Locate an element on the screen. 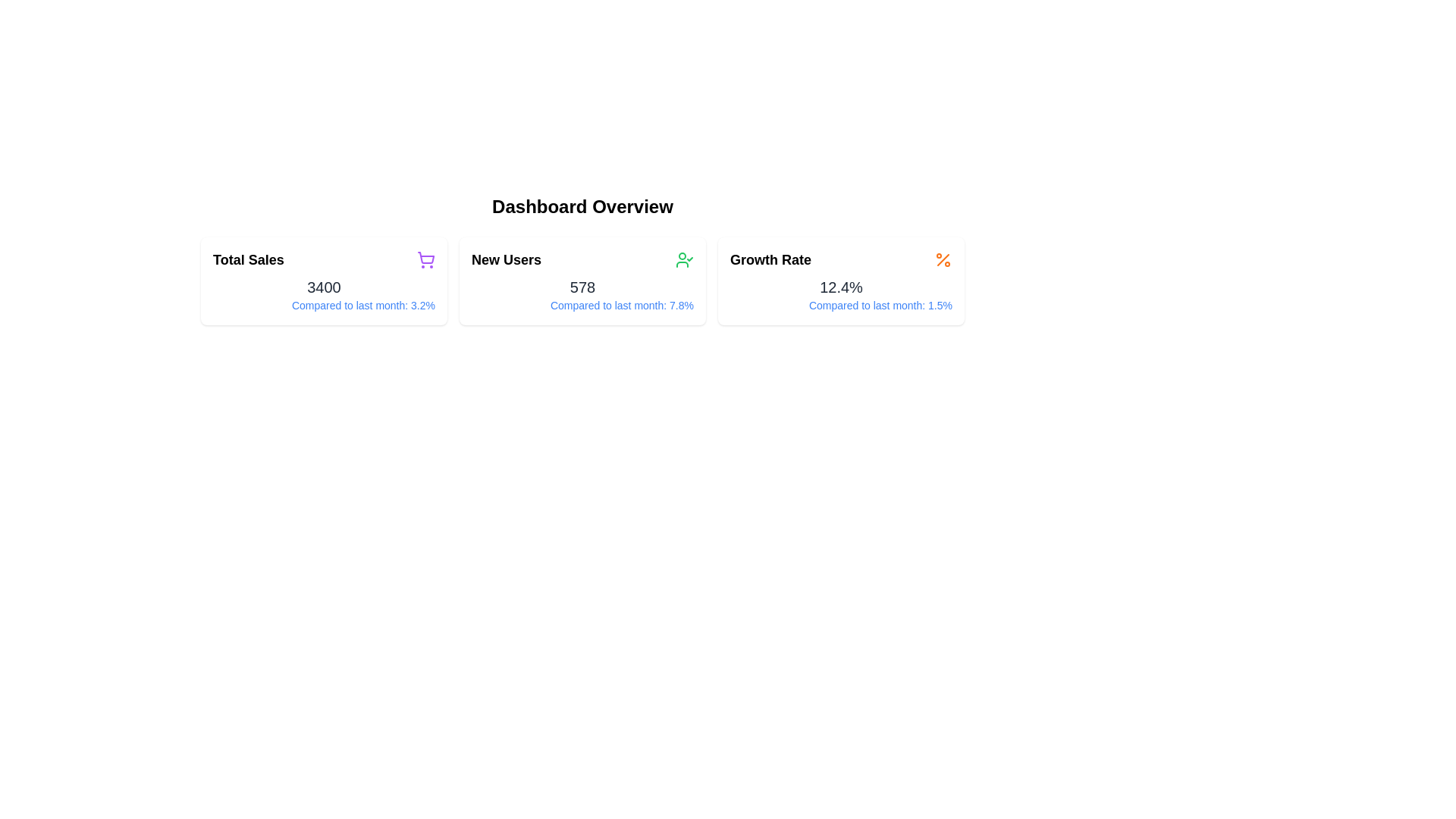 The width and height of the screenshot is (1456, 819). the static text element displaying the growth rate percentage, which is located within the 'Growth Rate' card on the dashboard, positioned below the title 'Growth Rate' is located at coordinates (840, 287).